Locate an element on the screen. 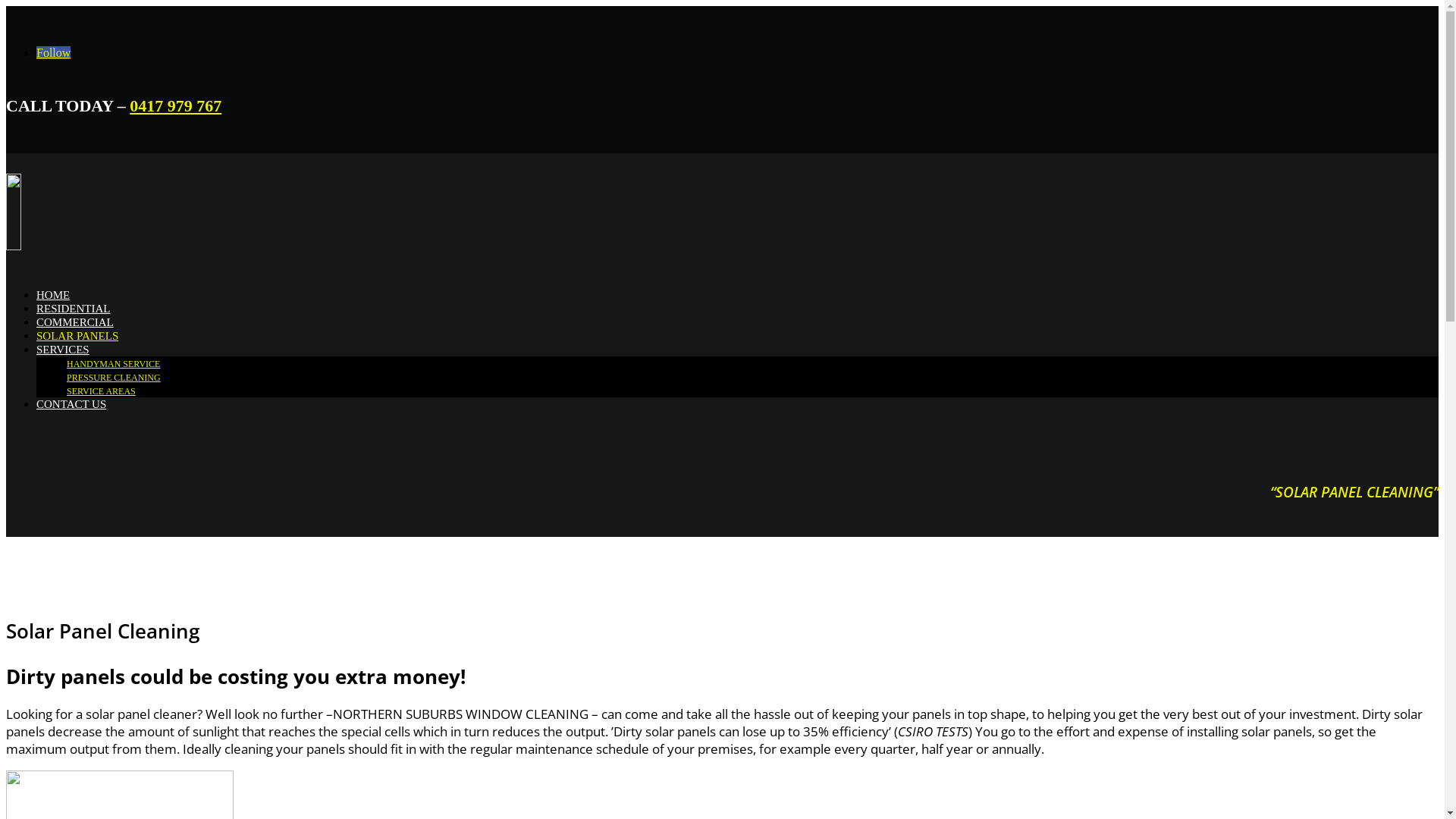 This screenshot has width=1456, height=819. 'headway-imported-image' is located at coordinates (127, 212).